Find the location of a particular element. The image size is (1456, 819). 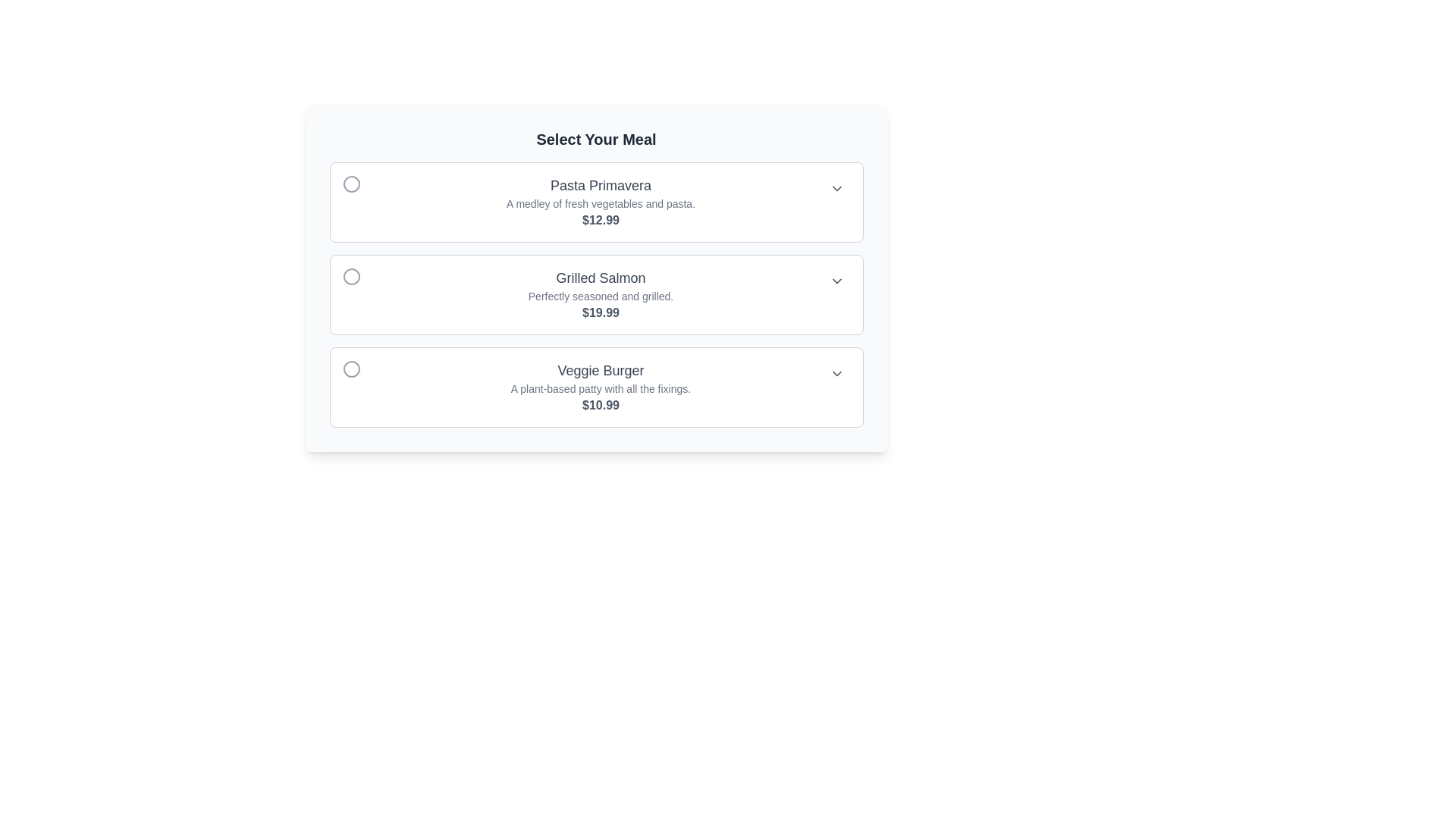

the price label displaying '$12.99' styled in gray and bold, positioned under the description of 'Pasta Primavera' is located at coordinates (600, 220).